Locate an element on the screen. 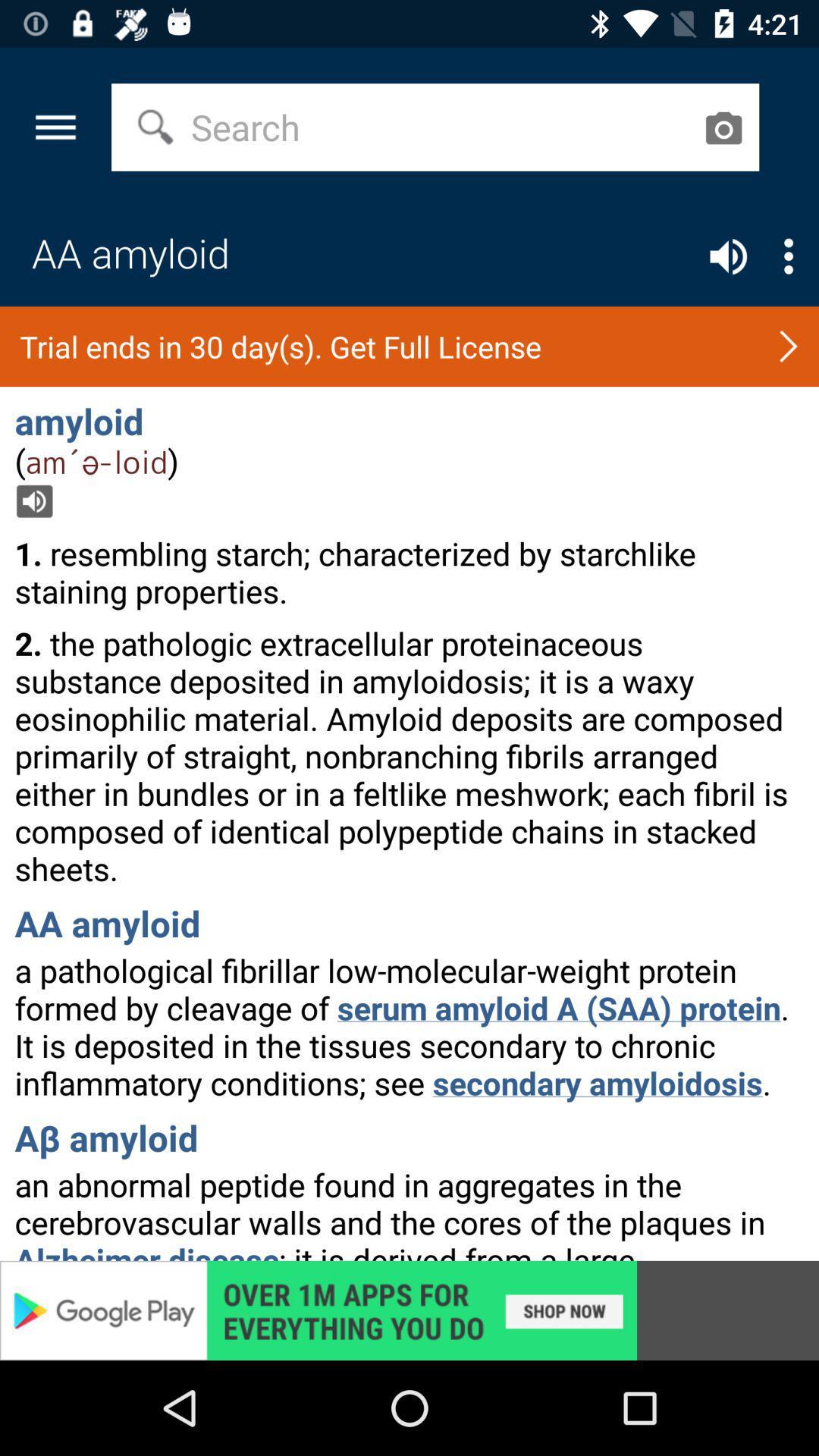  search by taking a picture is located at coordinates (722, 127).